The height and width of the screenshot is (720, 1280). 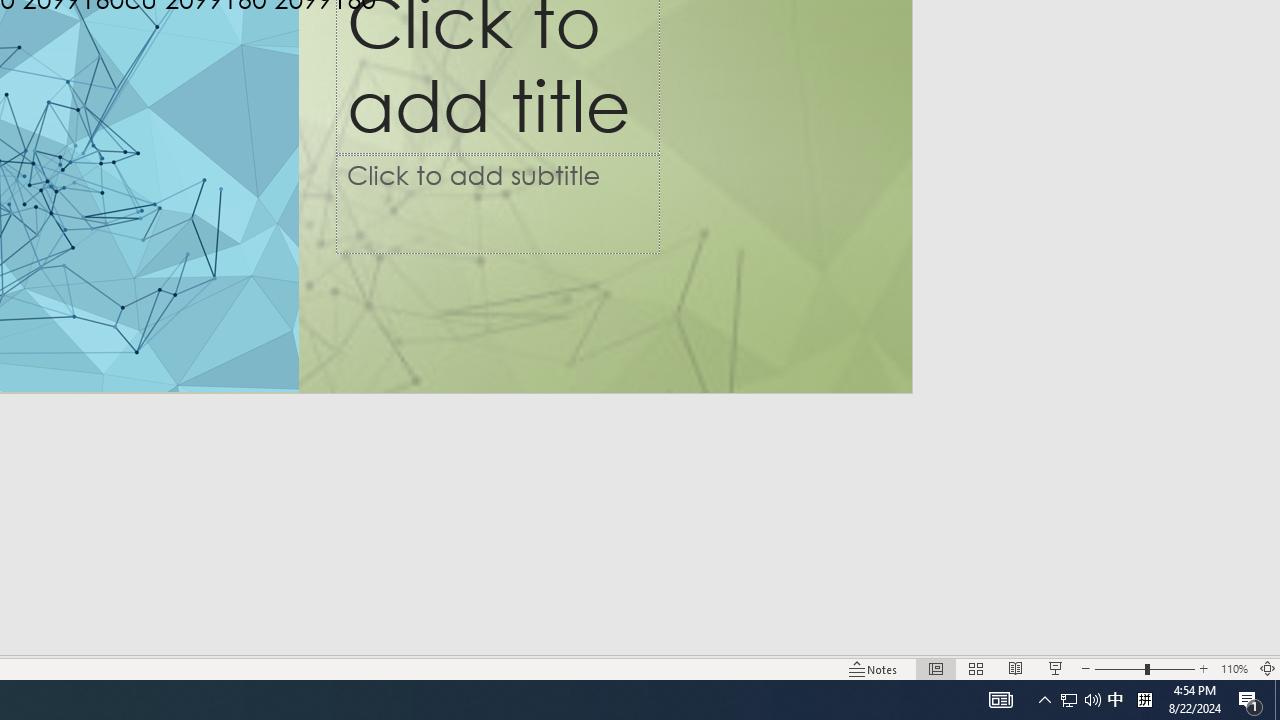 What do you see at coordinates (1233, 669) in the screenshot?
I see `'Zoom 110%'` at bounding box center [1233, 669].